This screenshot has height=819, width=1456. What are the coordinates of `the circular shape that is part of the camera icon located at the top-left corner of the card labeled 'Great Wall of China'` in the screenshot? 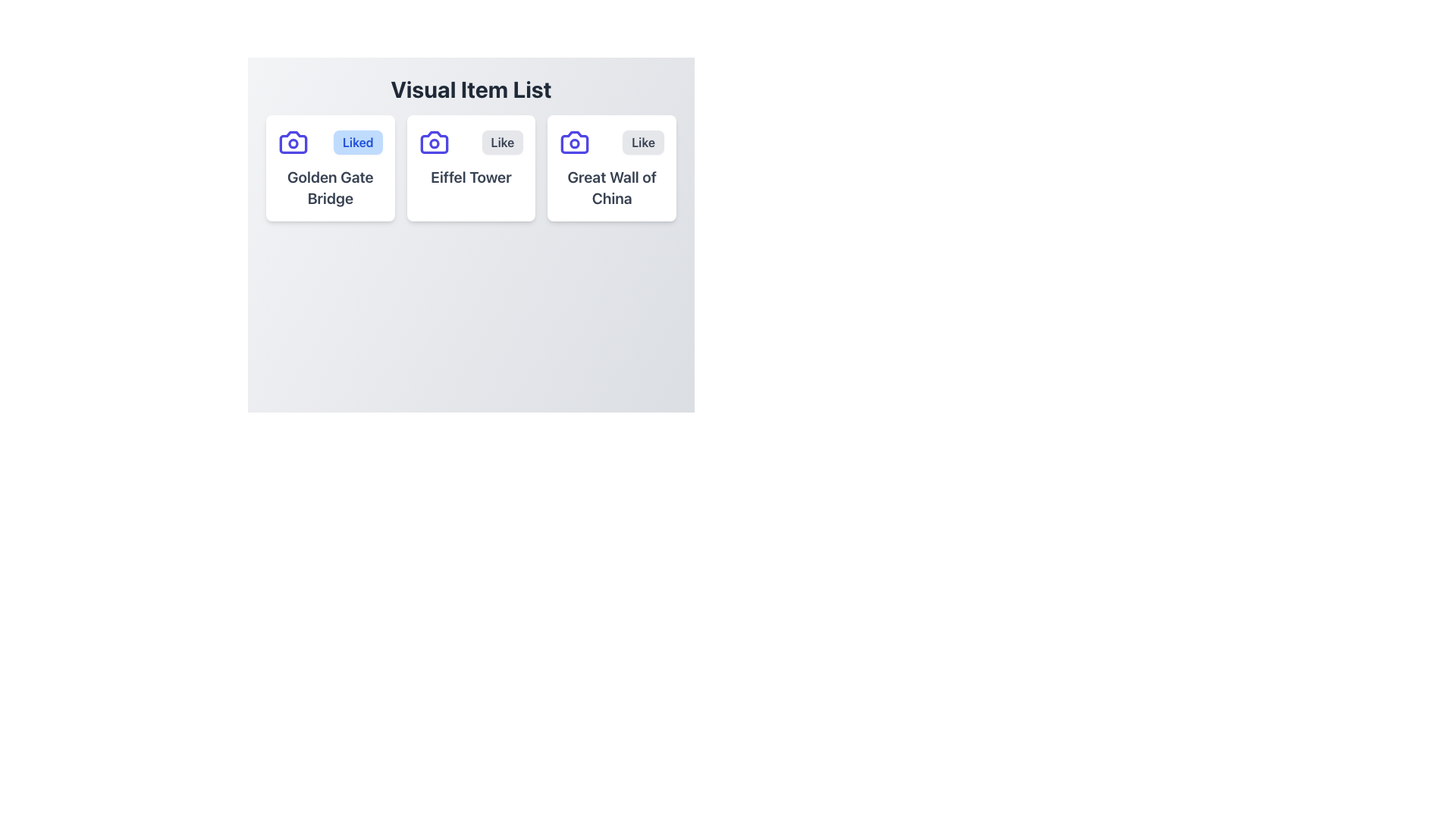 It's located at (574, 143).